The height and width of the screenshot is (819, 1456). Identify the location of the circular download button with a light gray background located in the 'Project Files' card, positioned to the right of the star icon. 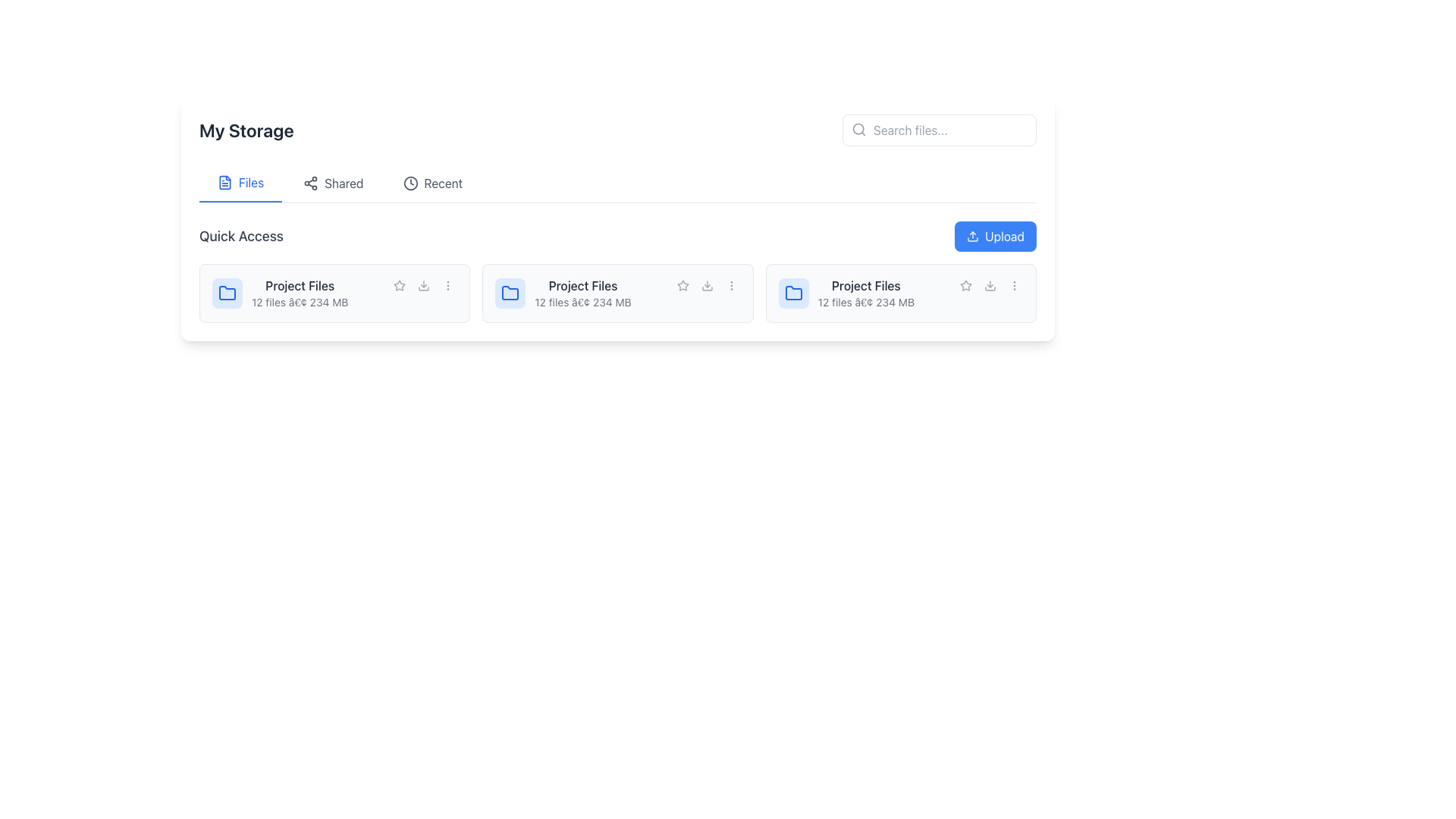
(706, 286).